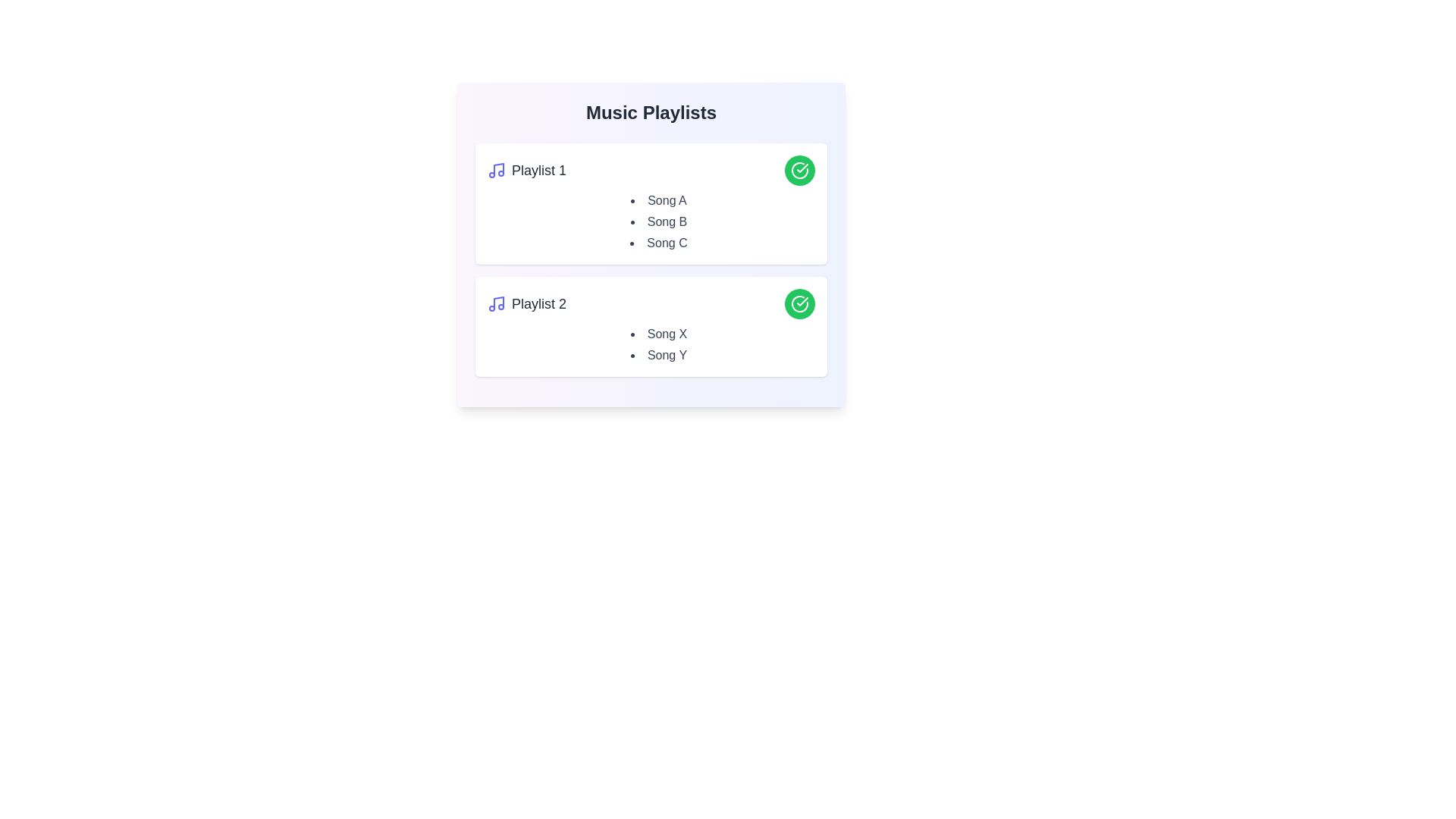 This screenshot has width=1456, height=819. I want to click on the playlist icon for Playlist 2, so click(496, 304).